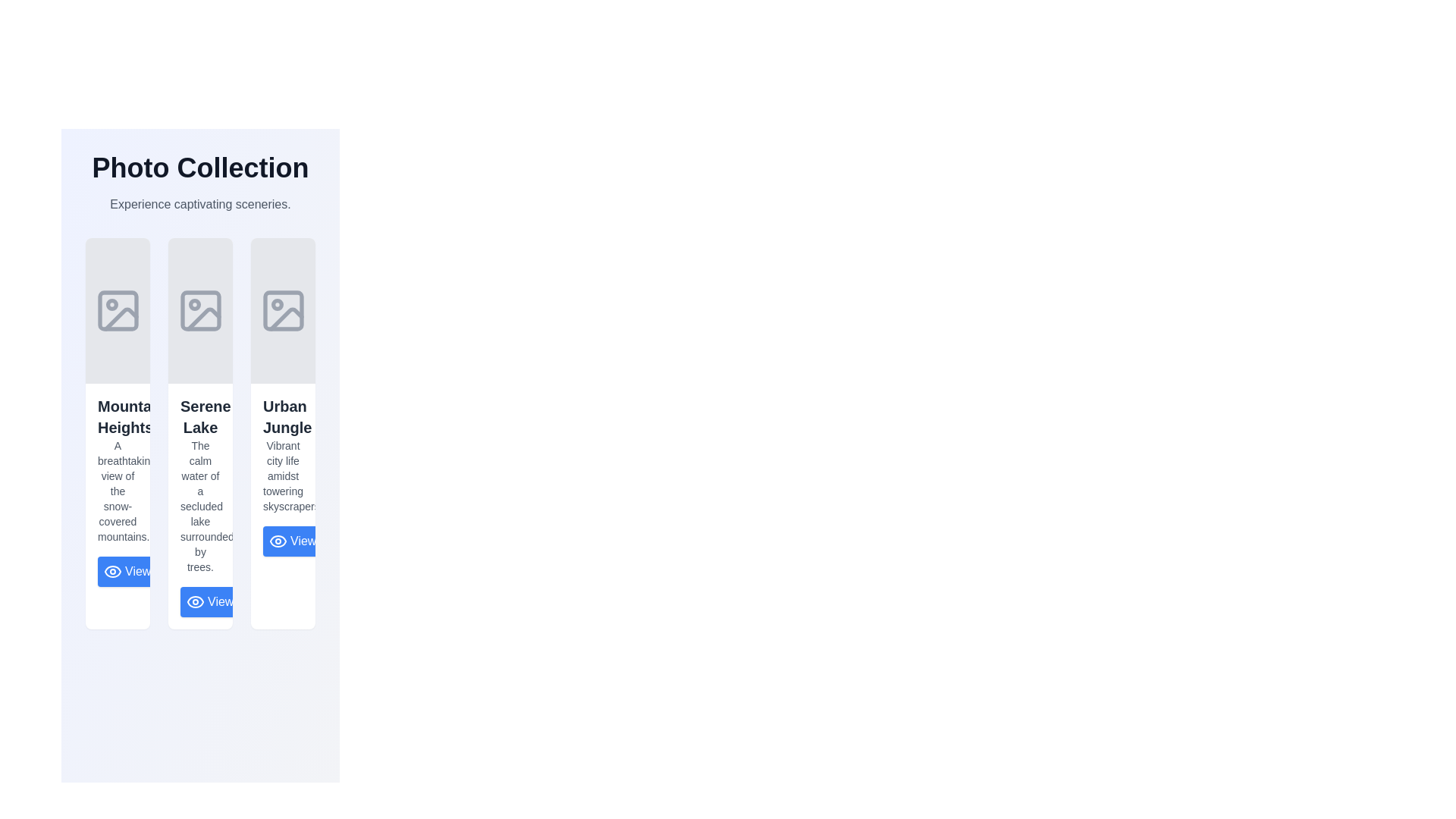 The width and height of the screenshot is (1456, 819). What do you see at coordinates (283, 309) in the screenshot?
I see `the square with rounded corners that is part of the icon representing a picture under the 'Urban Jungle' text` at bounding box center [283, 309].